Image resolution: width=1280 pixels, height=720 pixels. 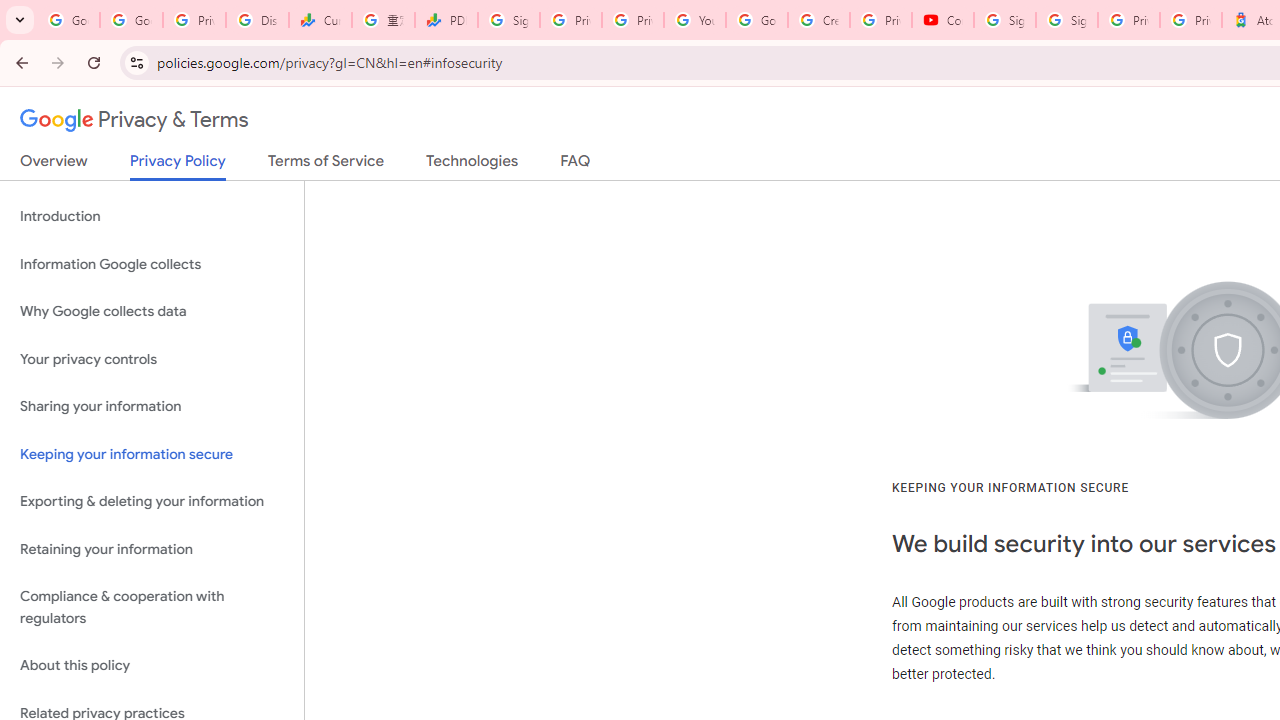 I want to click on 'Sharing your information', so click(x=151, y=406).